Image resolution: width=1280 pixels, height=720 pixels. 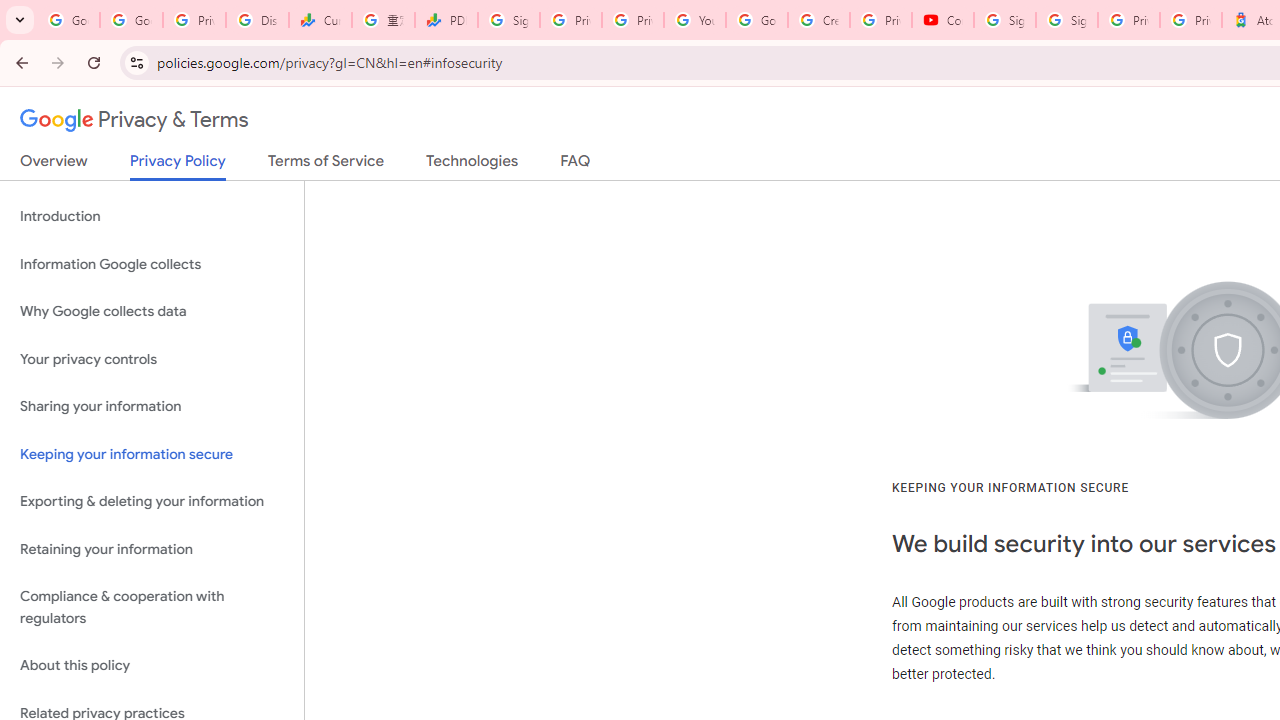 I want to click on 'Sharing your information', so click(x=151, y=406).